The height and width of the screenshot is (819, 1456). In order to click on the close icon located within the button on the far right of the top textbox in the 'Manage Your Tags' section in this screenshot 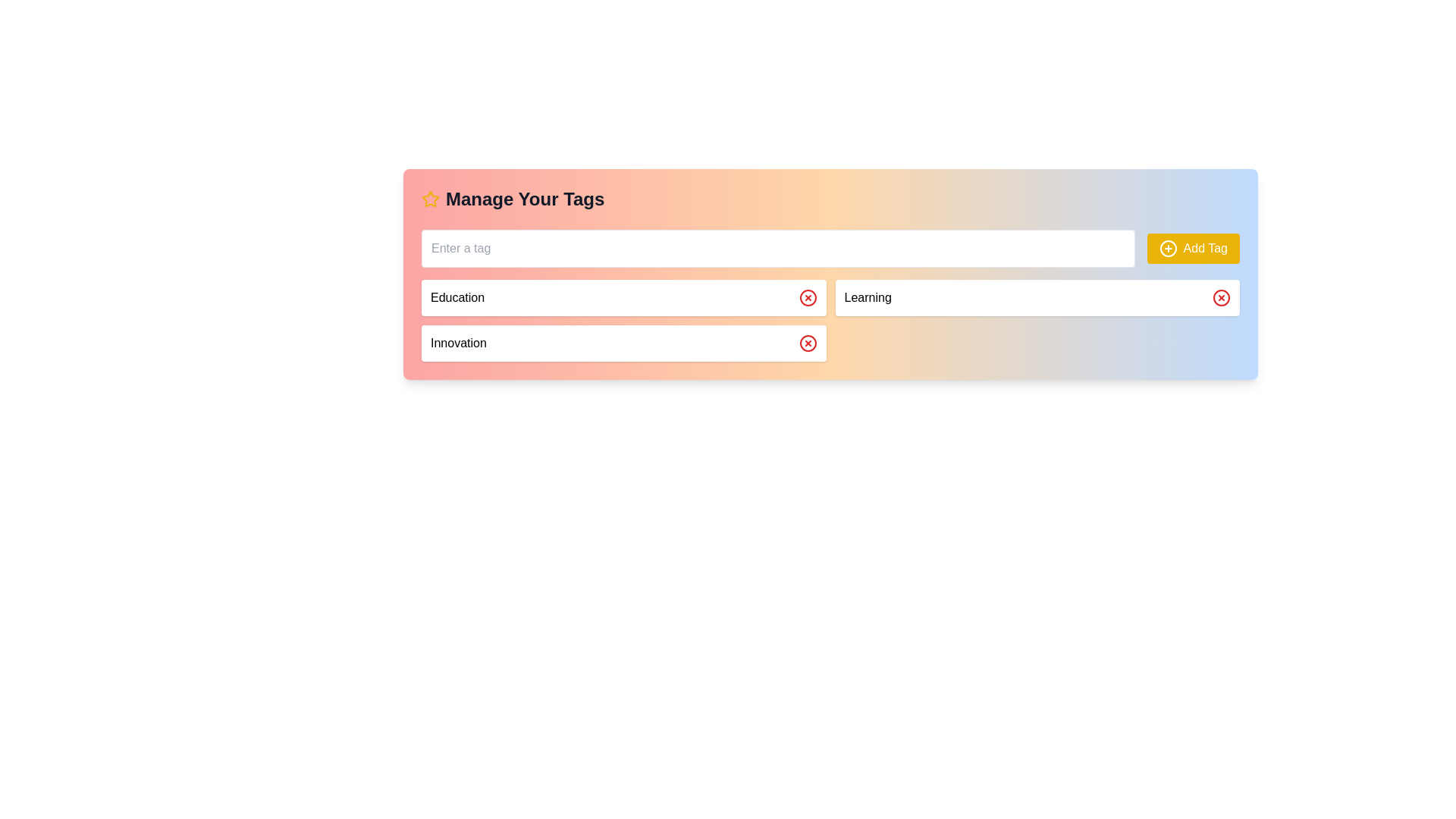, I will do `click(807, 298)`.